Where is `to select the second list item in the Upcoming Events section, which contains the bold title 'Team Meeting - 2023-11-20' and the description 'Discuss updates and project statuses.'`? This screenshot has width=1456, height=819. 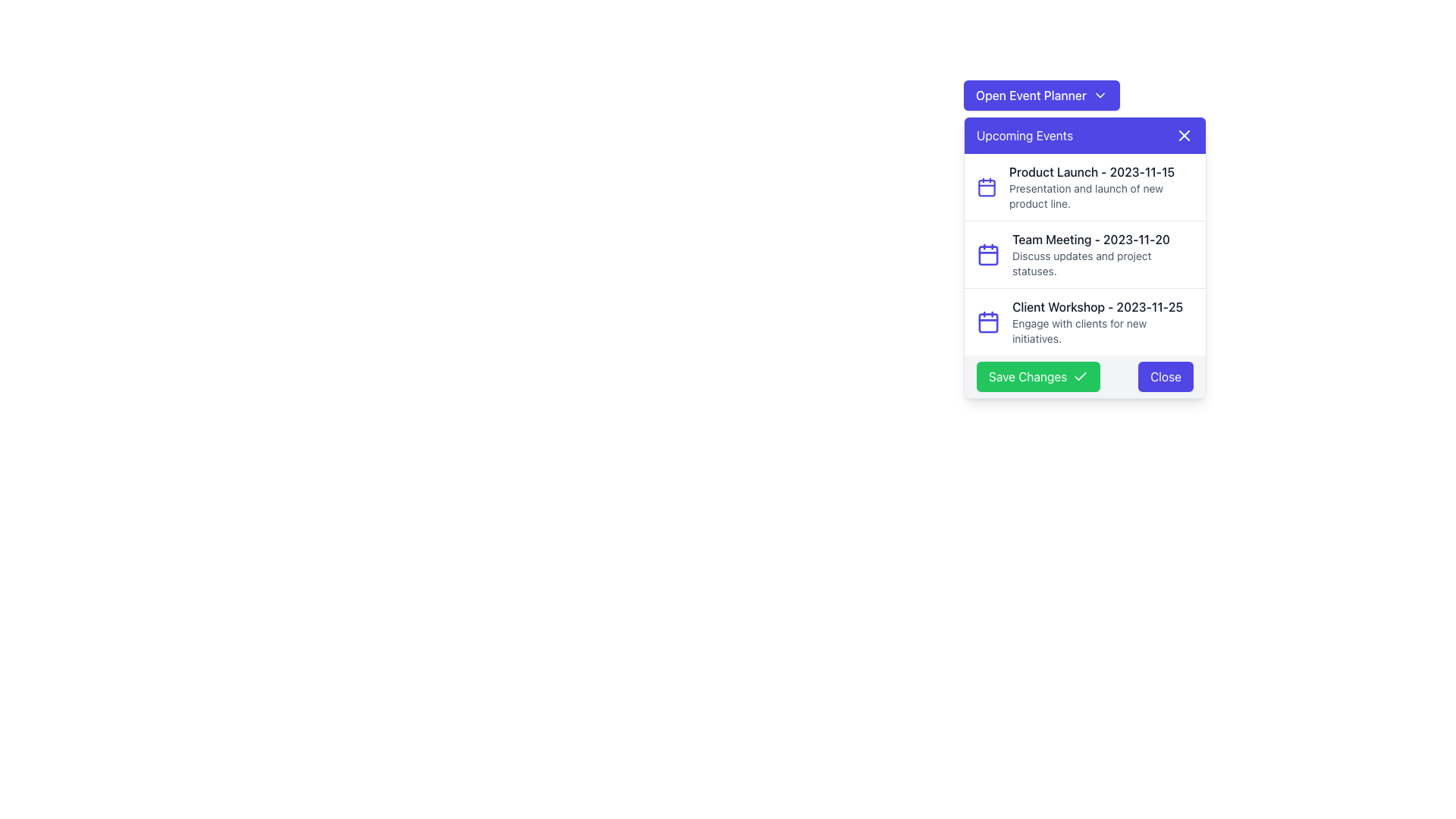
to select the second list item in the Upcoming Events section, which contains the bold title 'Team Meeting - 2023-11-20' and the description 'Discuss updates and project statuses.' is located at coordinates (1084, 253).